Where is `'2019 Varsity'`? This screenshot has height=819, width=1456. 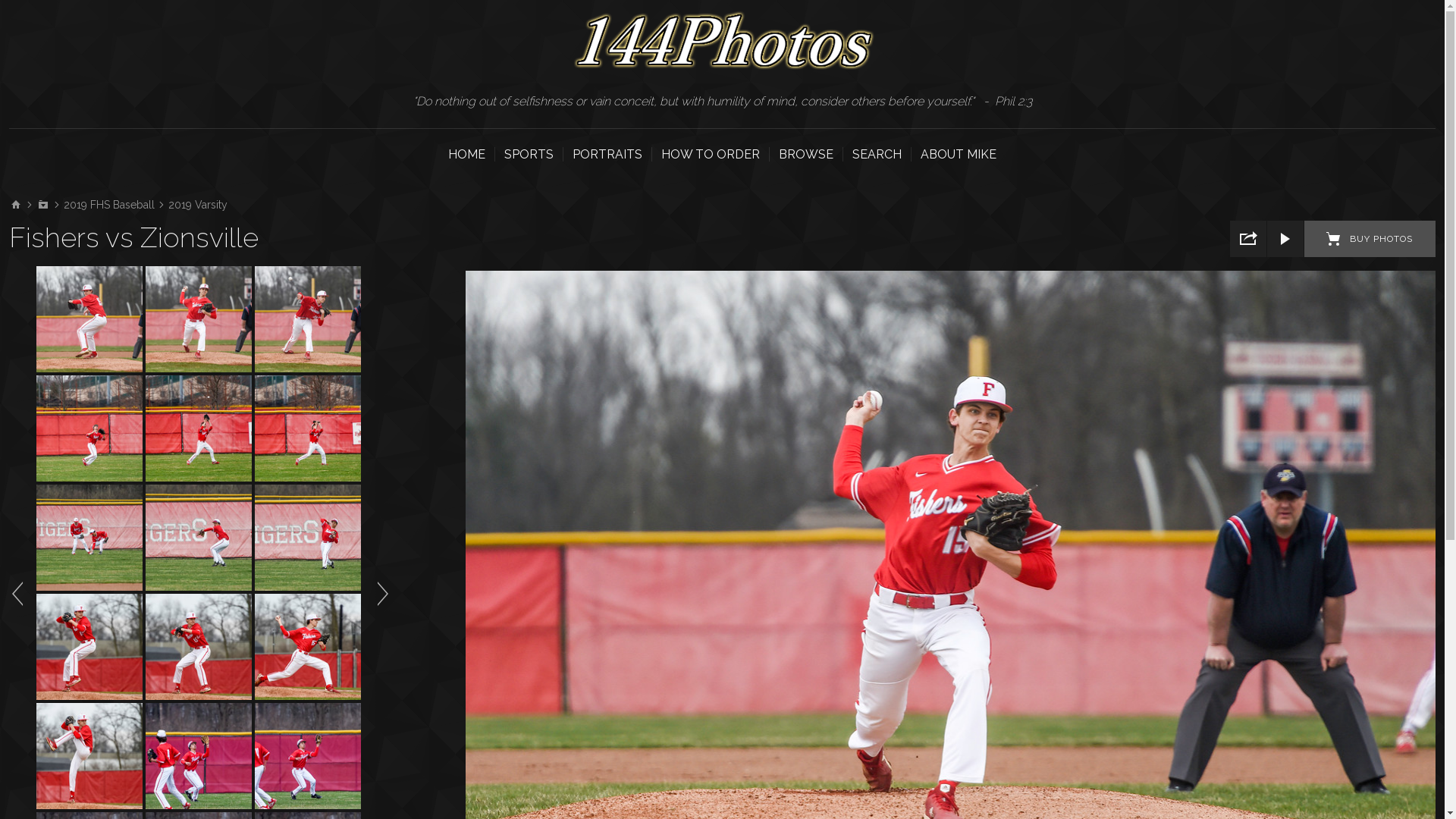 '2019 Varsity' is located at coordinates (168, 205).